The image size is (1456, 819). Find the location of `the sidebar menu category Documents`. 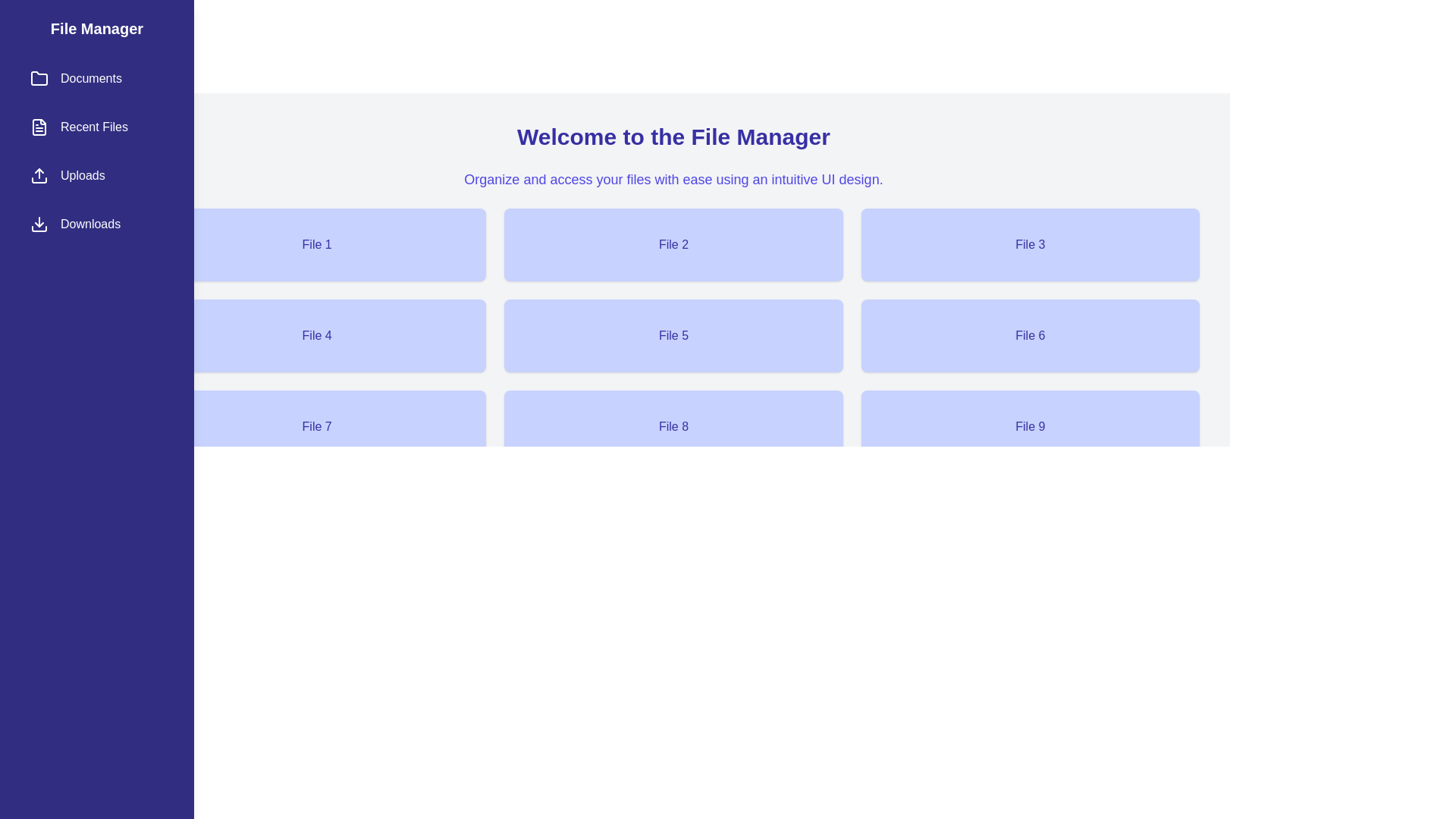

the sidebar menu category Documents is located at coordinates (96, 79).